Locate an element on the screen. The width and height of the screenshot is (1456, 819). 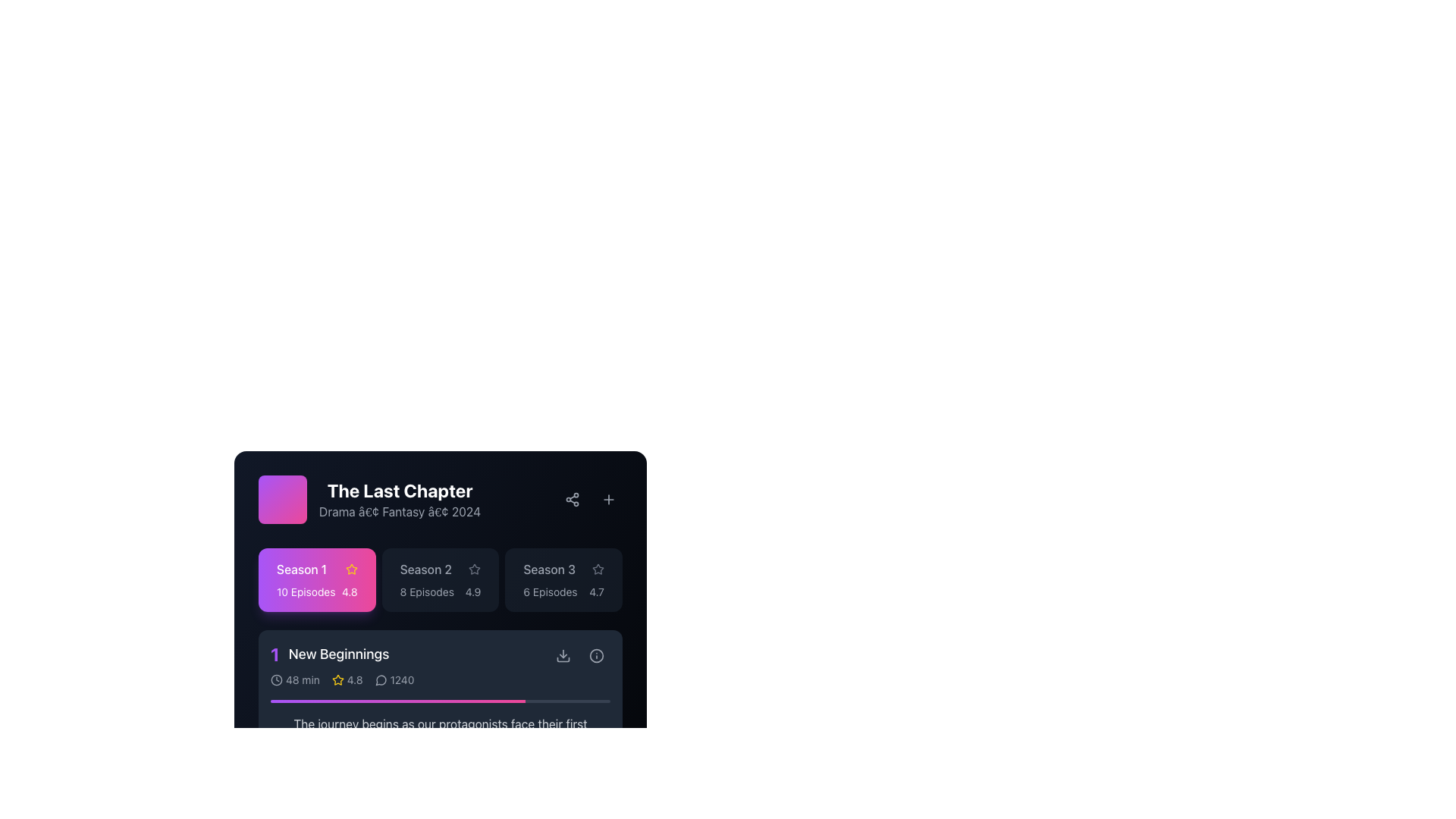
the Text Display element that precedes the text 'New Beginnings', which serves as an identifier or ranking is located at coordinates (275, 654).